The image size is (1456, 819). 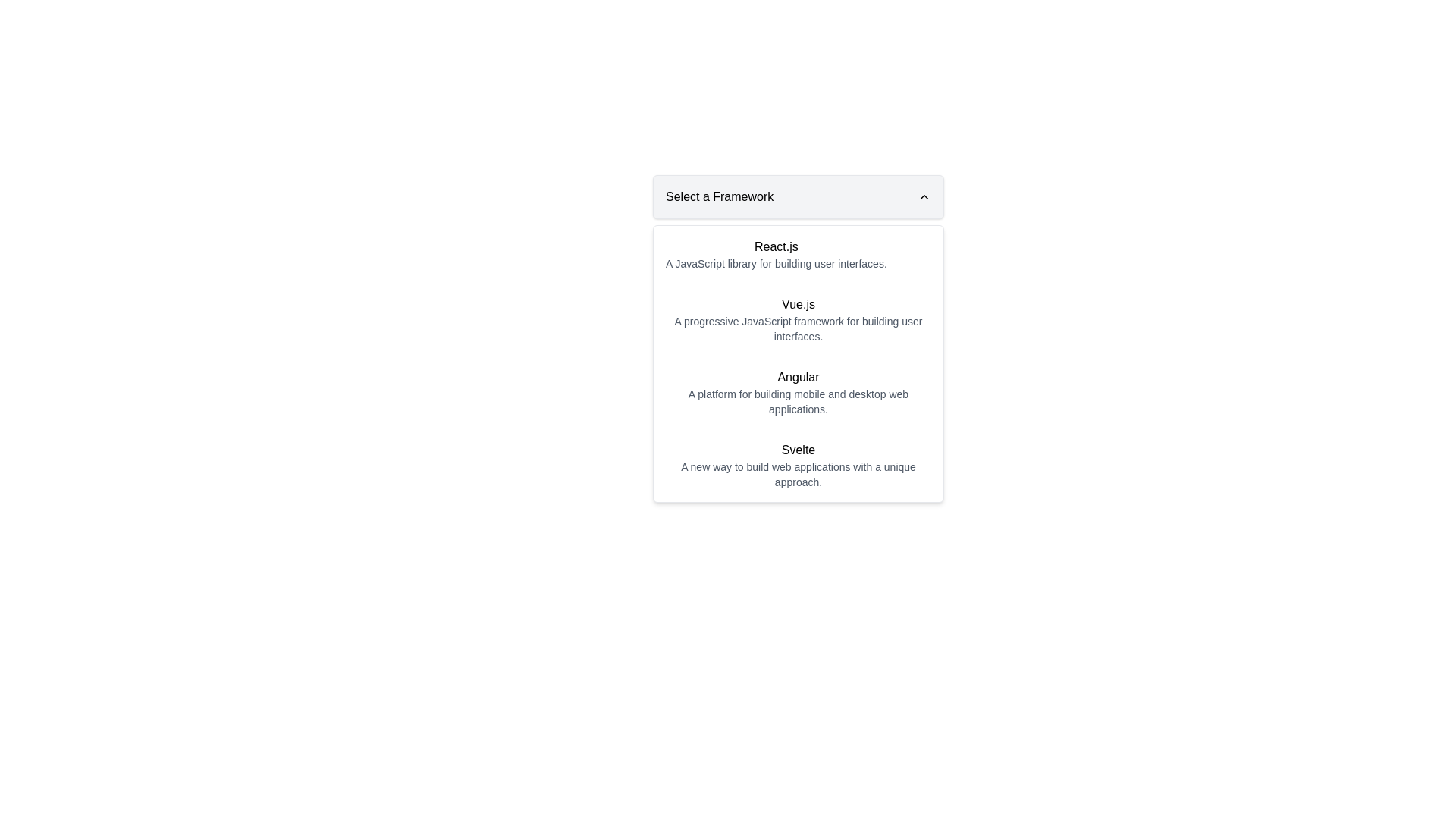 What do you see at coordinates (797, 328) in the screenshot?
I see `the descriptive subtitle element providing additional information about 'Vue.js' located in the dropdown menu titled 'Select a Framework'` at bounding box center [797, 328].